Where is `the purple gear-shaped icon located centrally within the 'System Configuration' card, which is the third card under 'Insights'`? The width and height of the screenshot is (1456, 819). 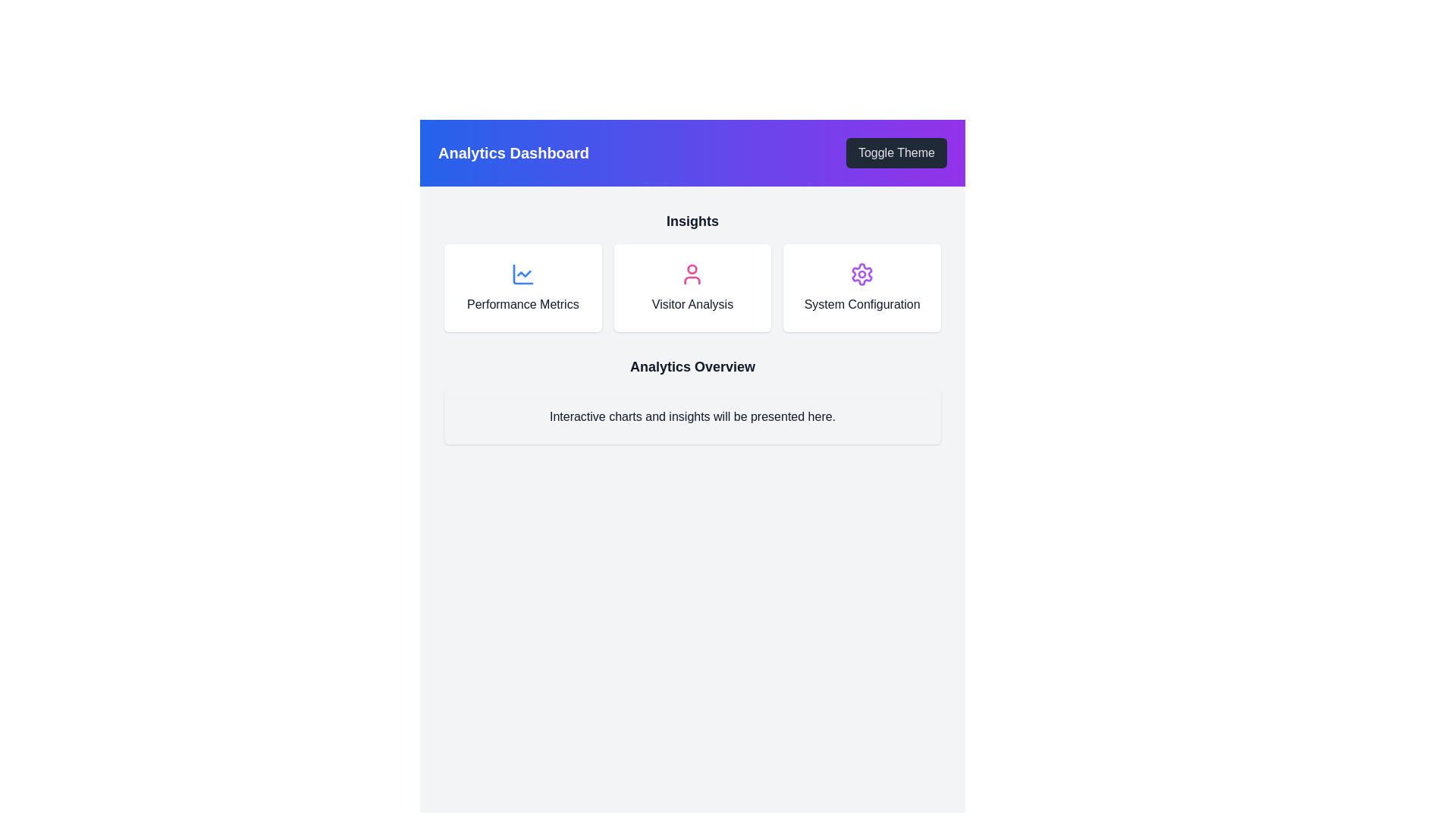 the purple gear-shaped icon located centrally within the 'System Configuration' card, which is the third card under 'Insights' is located at coordinates (862, 275).